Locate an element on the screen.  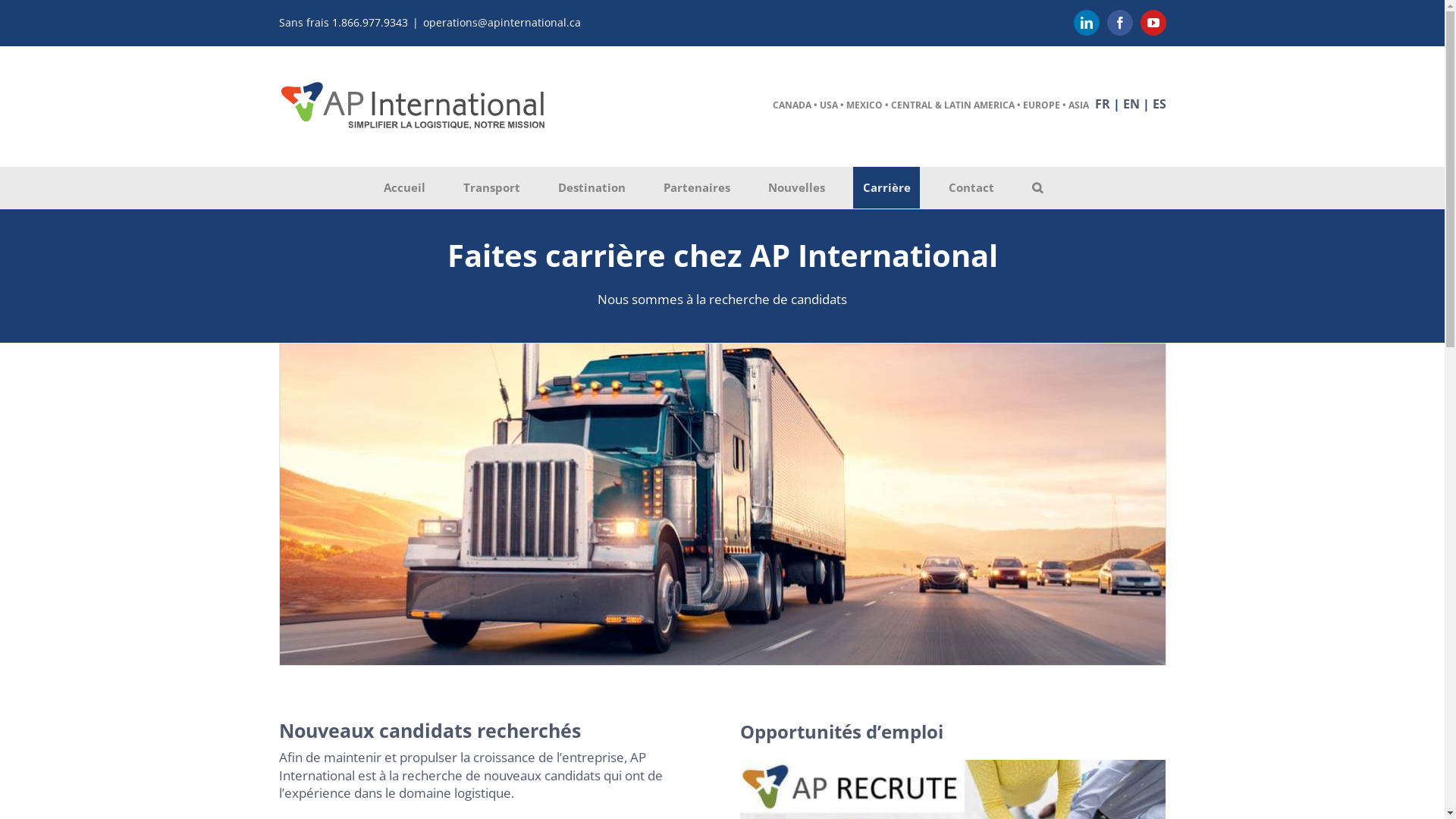
'Destination' is located at coordinates (590, 187).